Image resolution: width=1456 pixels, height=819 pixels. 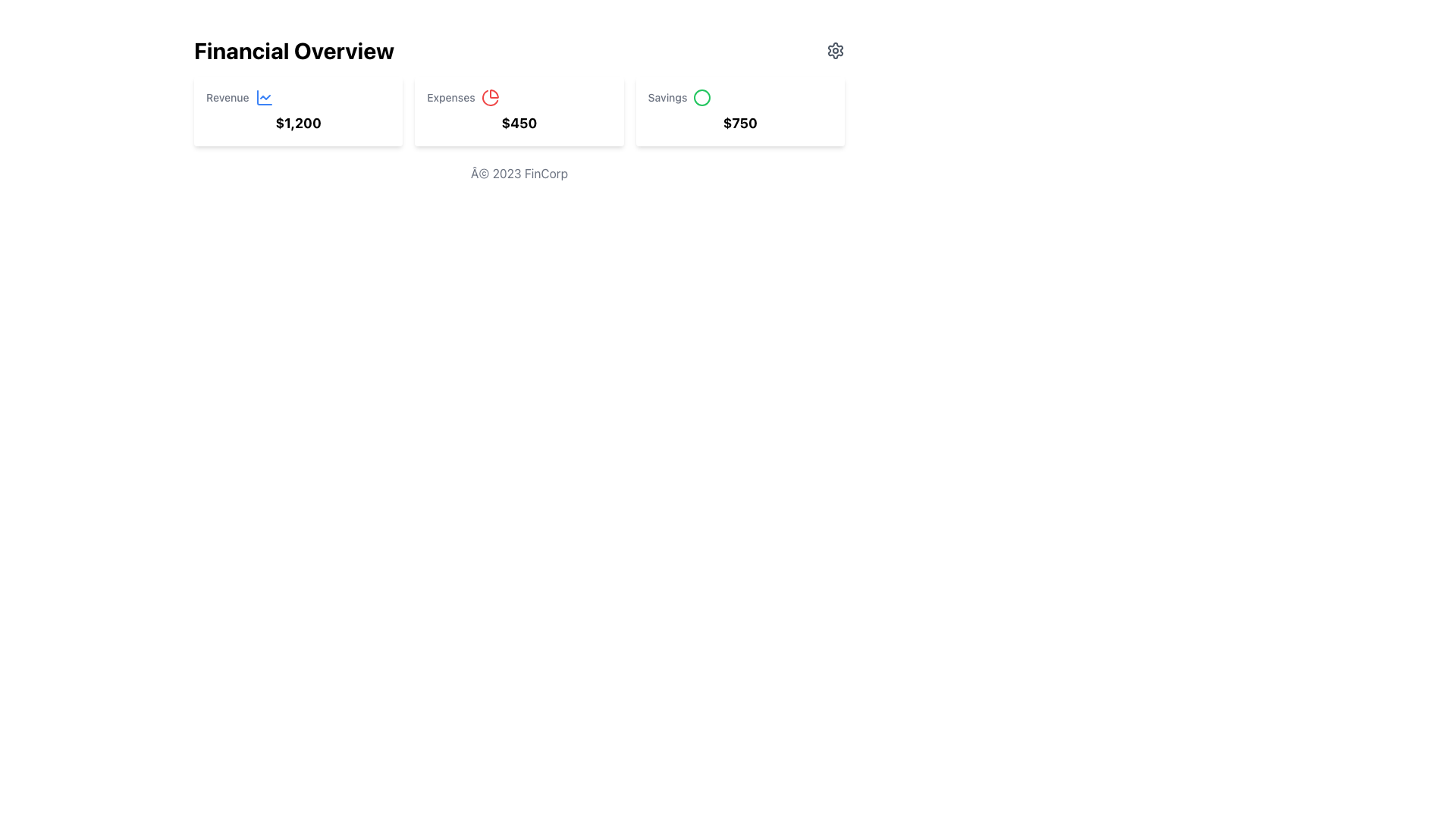 What do you see at coordinates (298, 122) in the screenshot?
I see `the text label displaying the total revenue amount located in the center of the first white card under the 'Financial Overview' section` at bounding box center [298, 122].